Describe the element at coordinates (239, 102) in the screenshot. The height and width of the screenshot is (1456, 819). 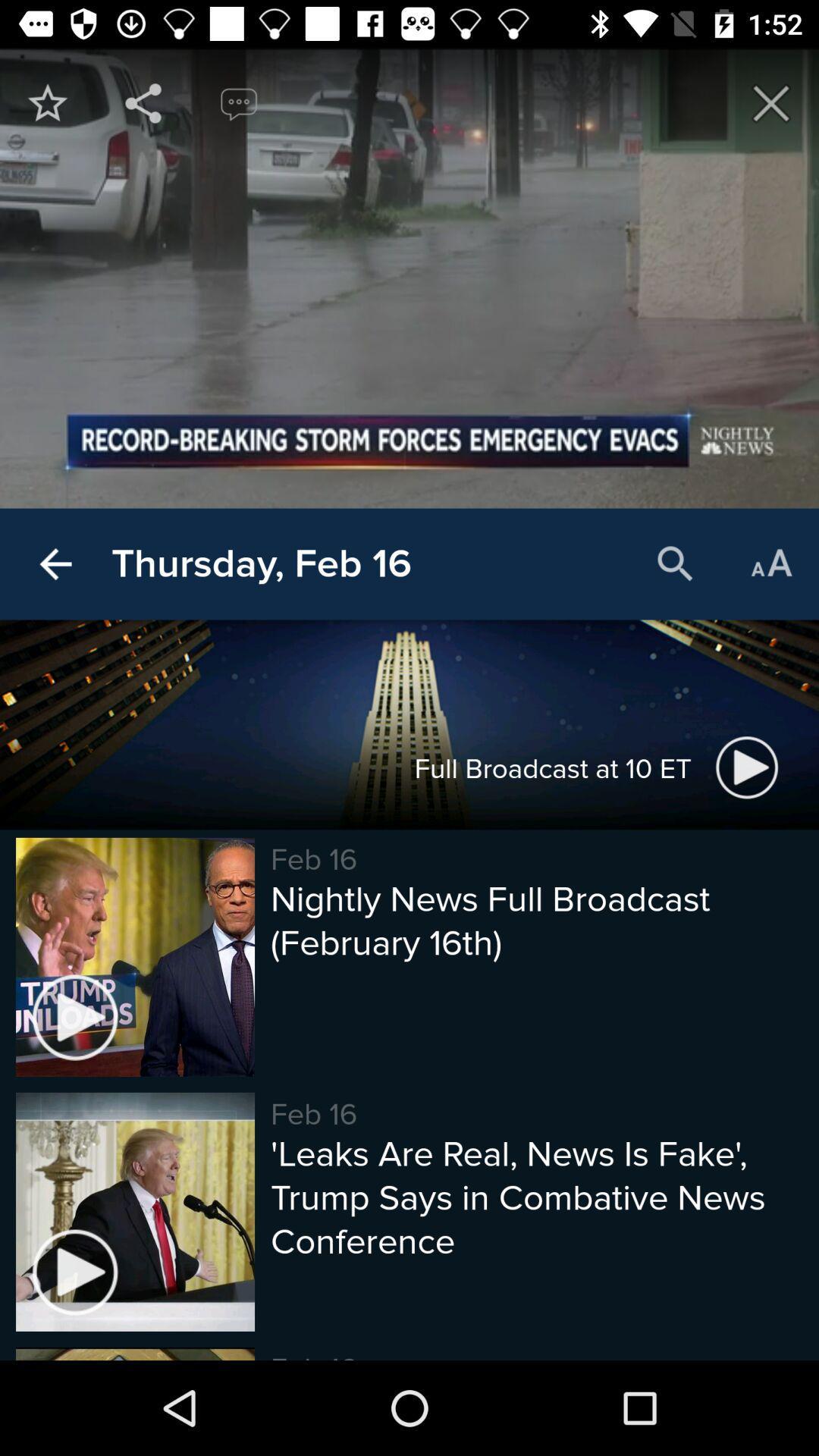
I see `the comments` at that location.